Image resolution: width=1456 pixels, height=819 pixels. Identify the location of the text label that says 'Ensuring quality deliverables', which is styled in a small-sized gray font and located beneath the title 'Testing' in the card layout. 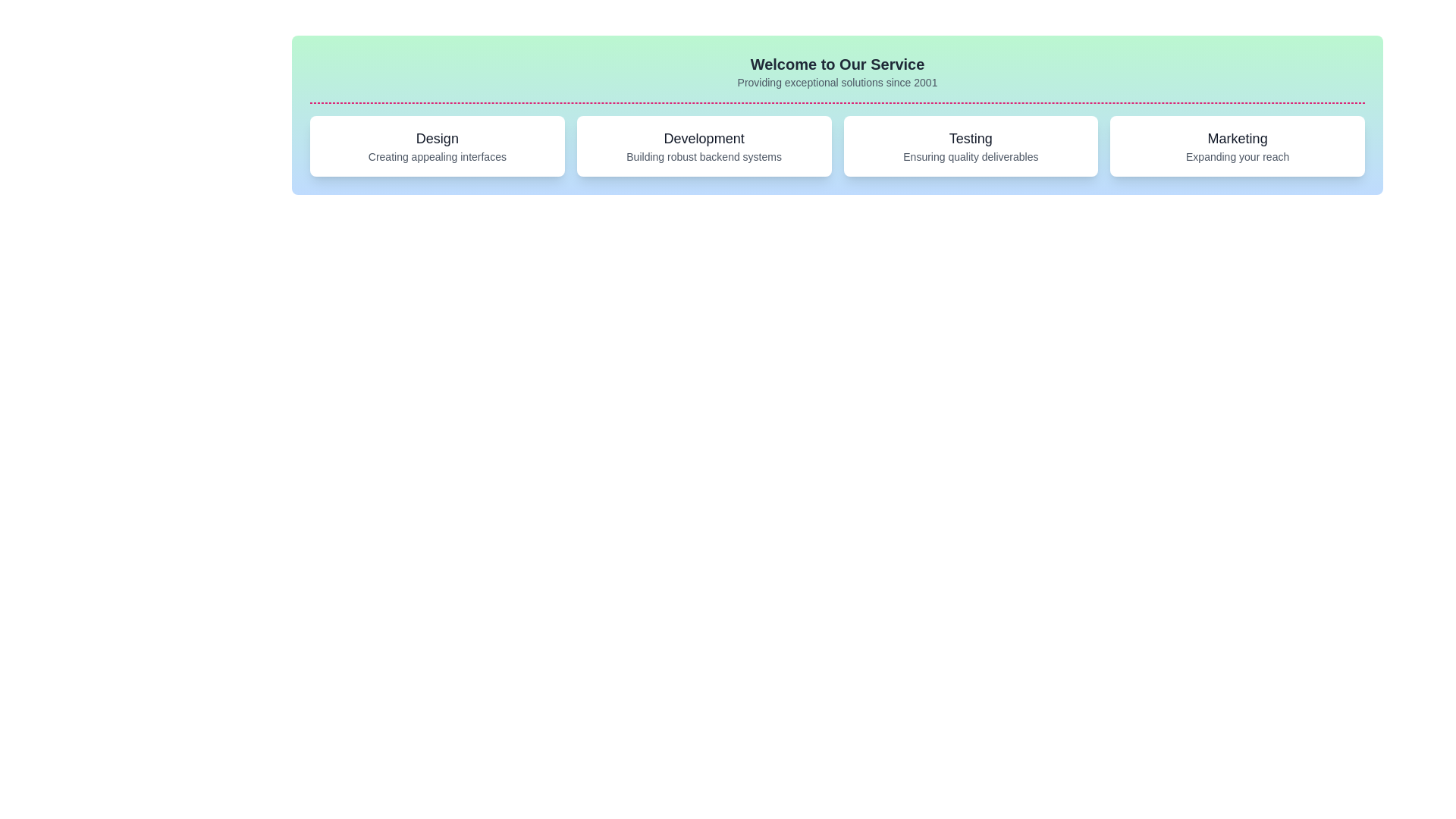
(971, 157).